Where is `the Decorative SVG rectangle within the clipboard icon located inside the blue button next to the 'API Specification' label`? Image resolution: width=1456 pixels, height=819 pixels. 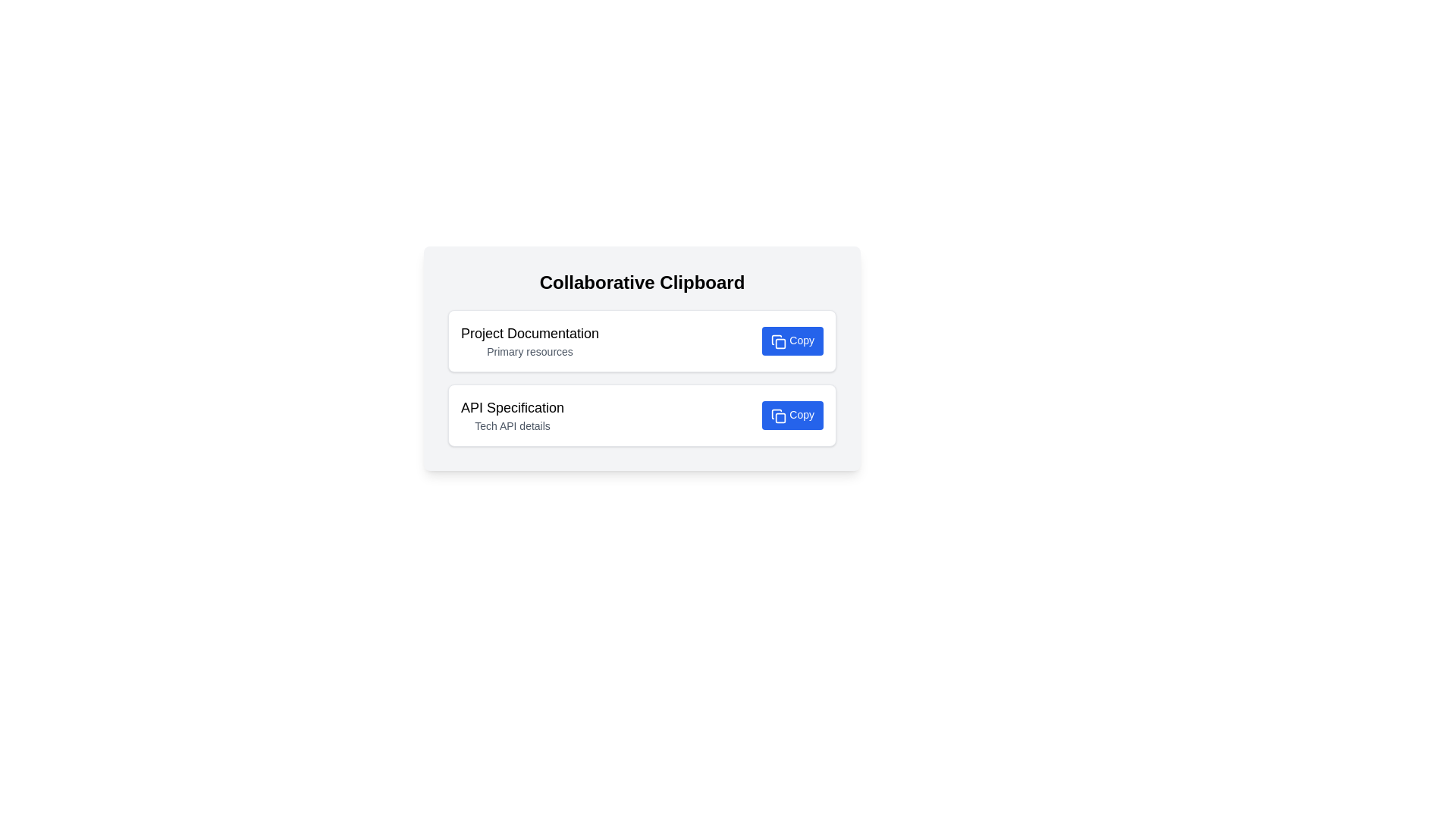
the Decorative SVG rectangle within the clipboard icon located inside the blue button next to the 'API Specification' label is located at coordinates (780, 344).